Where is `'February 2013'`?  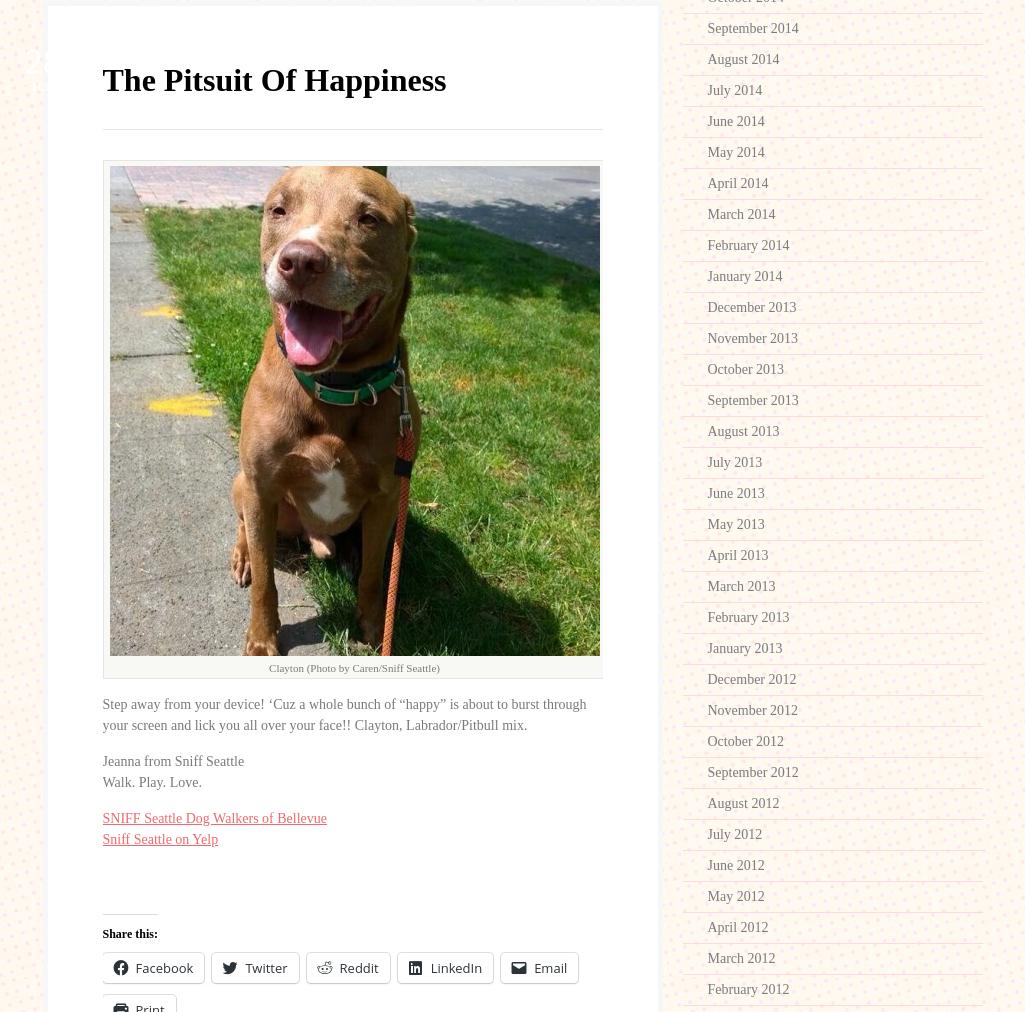
'February 2013' is located at coordinates (748, 616).